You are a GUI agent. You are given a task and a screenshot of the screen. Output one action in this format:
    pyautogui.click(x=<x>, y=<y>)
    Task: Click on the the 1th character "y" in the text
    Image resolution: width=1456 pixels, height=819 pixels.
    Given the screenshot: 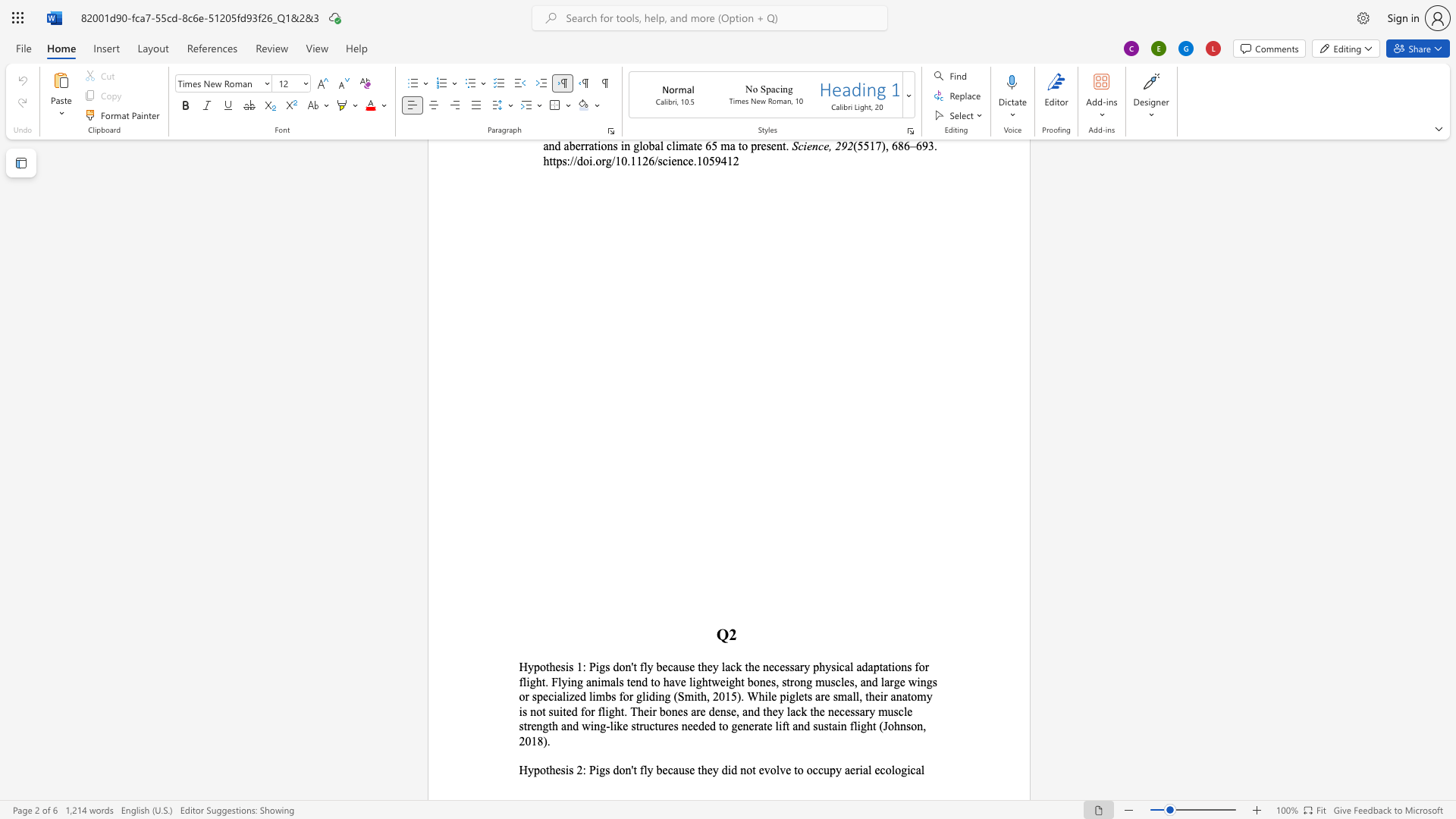 What is the action you would take?
    pyautogui.click(x=531, y=666)
    